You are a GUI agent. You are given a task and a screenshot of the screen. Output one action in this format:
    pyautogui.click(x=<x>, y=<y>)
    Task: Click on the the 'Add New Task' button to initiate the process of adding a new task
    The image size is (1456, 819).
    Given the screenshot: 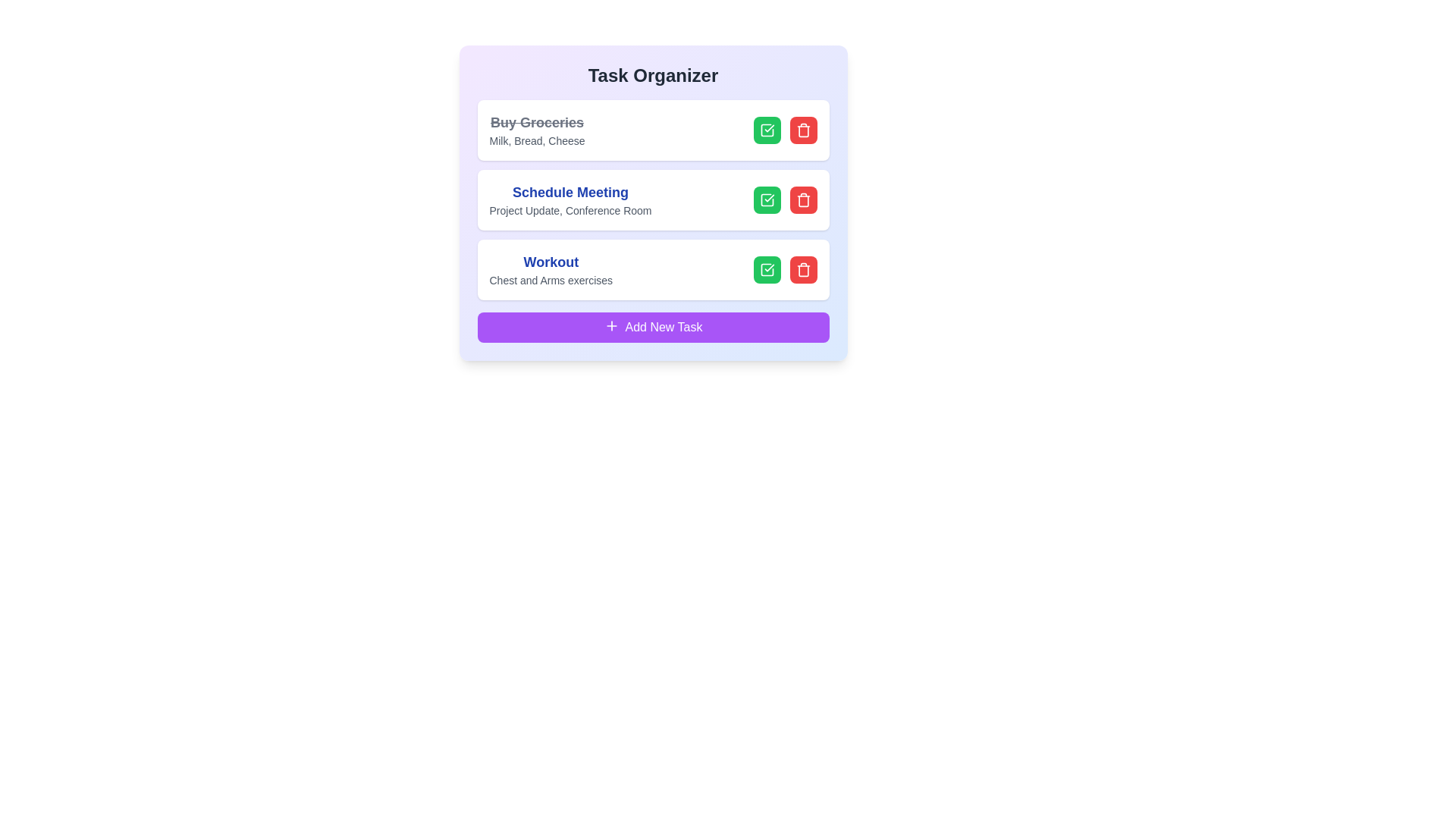 What is the action you would take?
    pyautogui.click(x=653, y=327)
    